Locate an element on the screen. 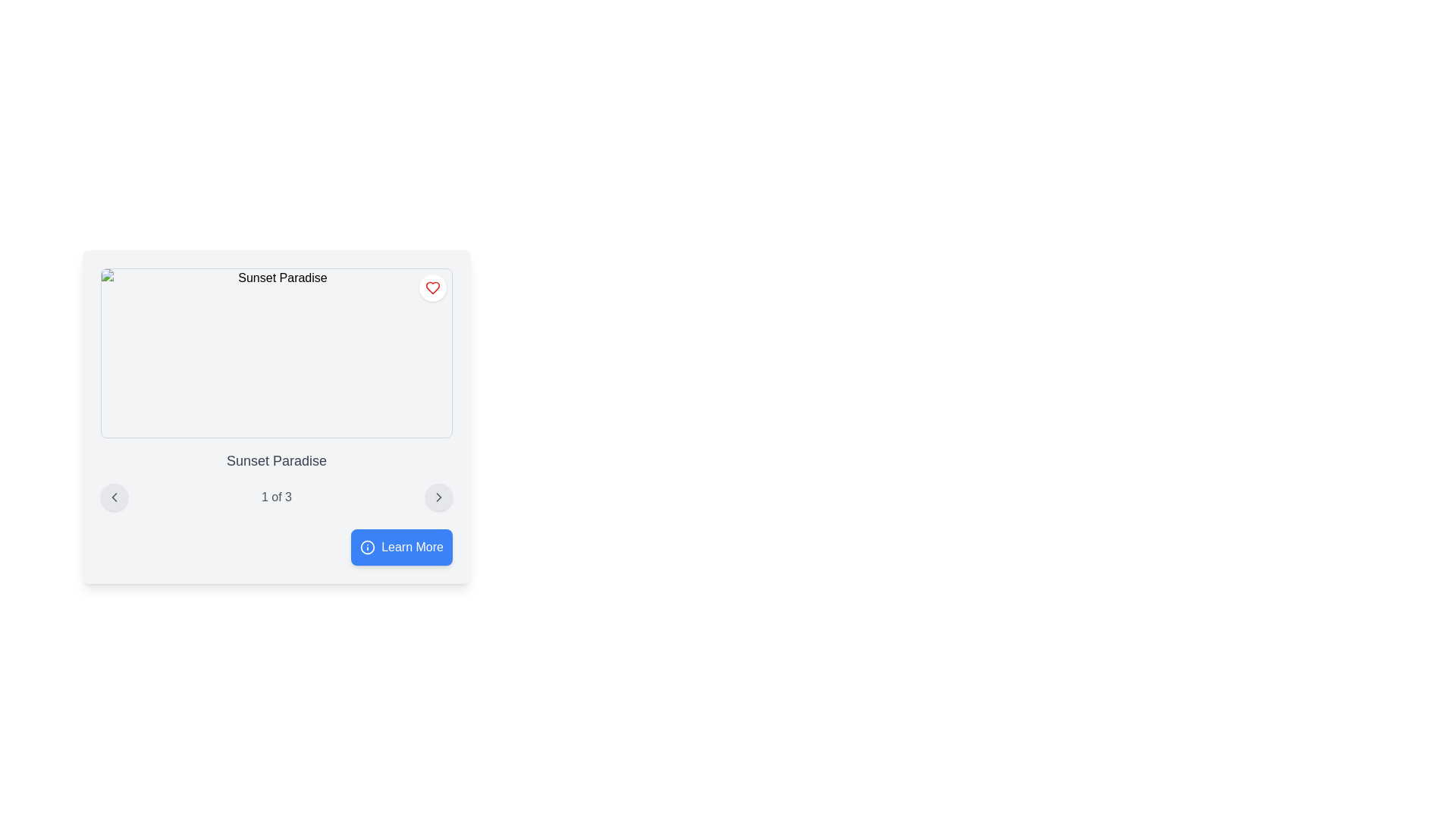 Image resolution: width=1456 pixels, height=819 pixels. the left-pointing Chevron icon embedded in a circular button, which serves as a navigation control for cycling through options or images is located at coordinates (113, 497).